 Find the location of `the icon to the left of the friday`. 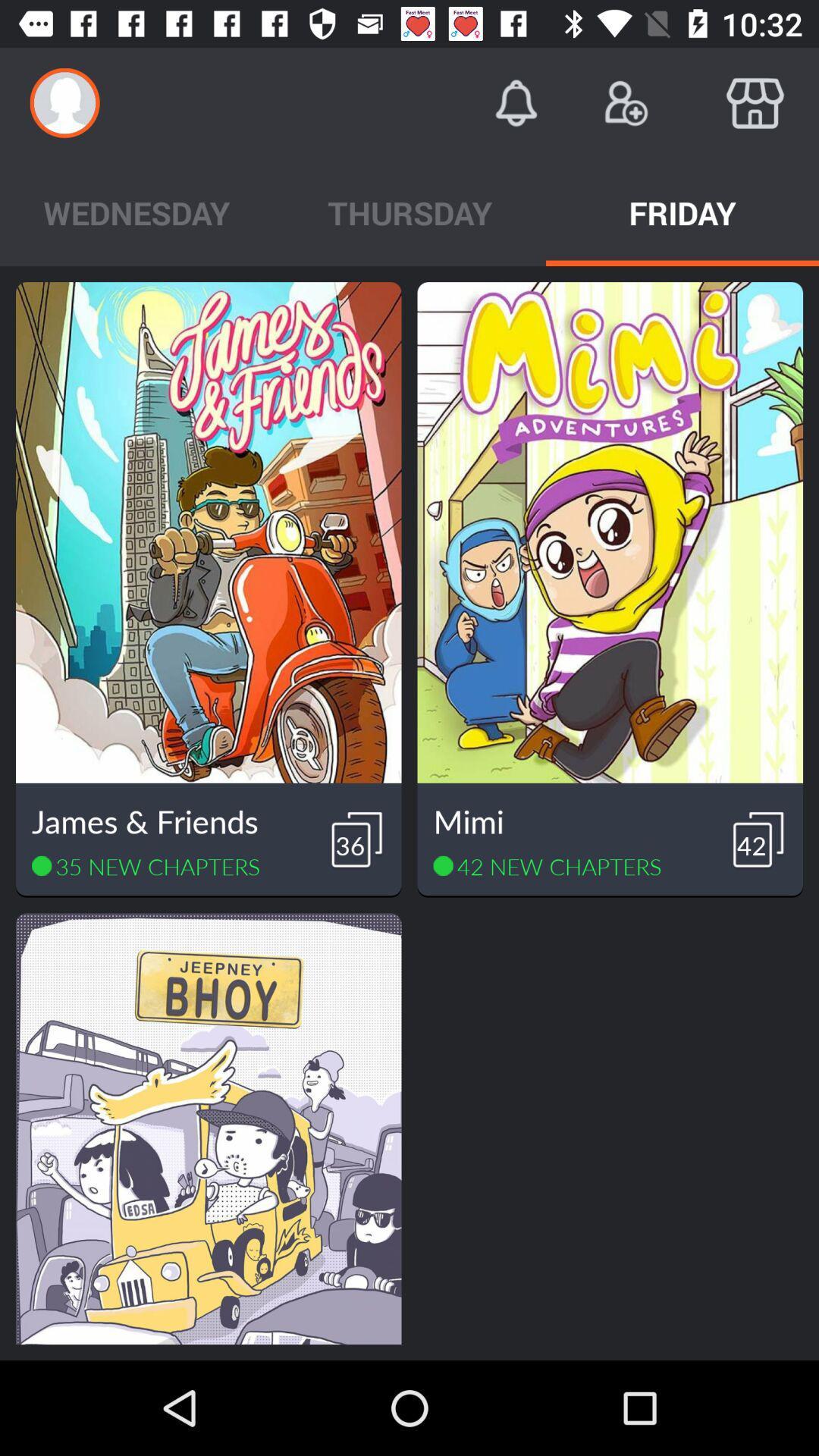

the icon to the left of the friday is located at coordinates (409, 212).